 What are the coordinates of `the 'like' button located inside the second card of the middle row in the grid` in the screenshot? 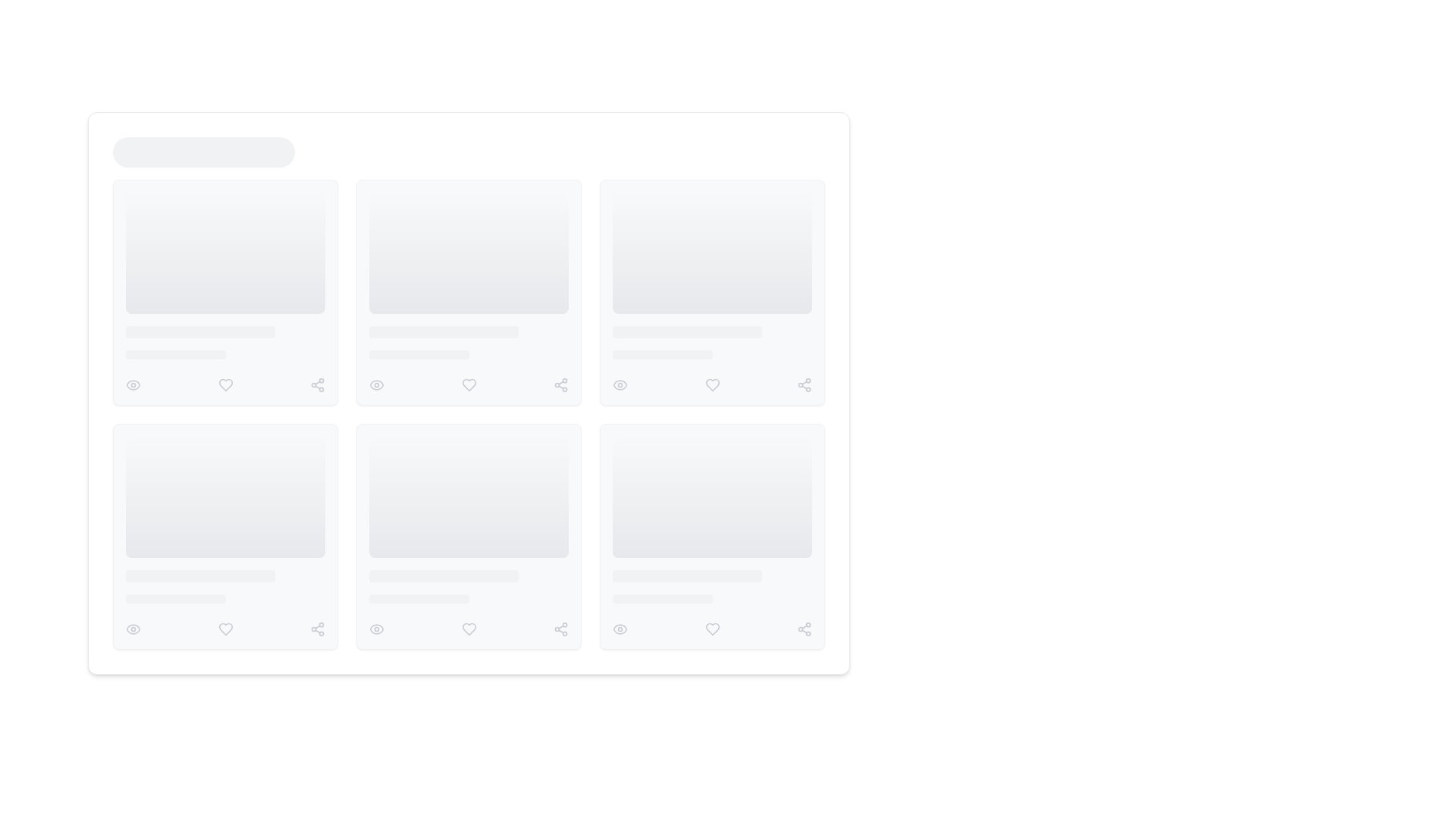 It's located at (468, 384).